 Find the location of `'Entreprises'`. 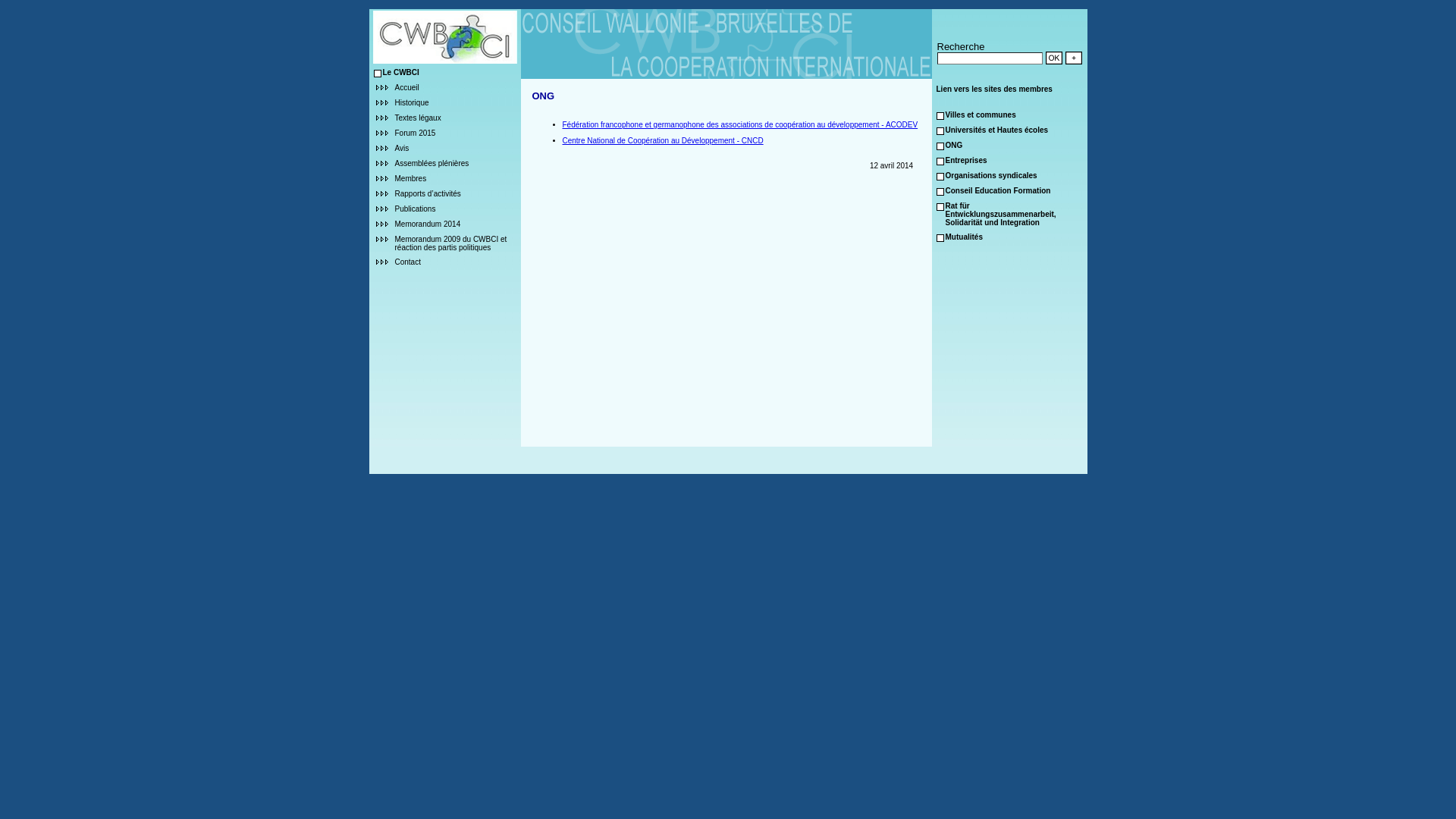

'Entreprises' is located at coordinates (965, 158).